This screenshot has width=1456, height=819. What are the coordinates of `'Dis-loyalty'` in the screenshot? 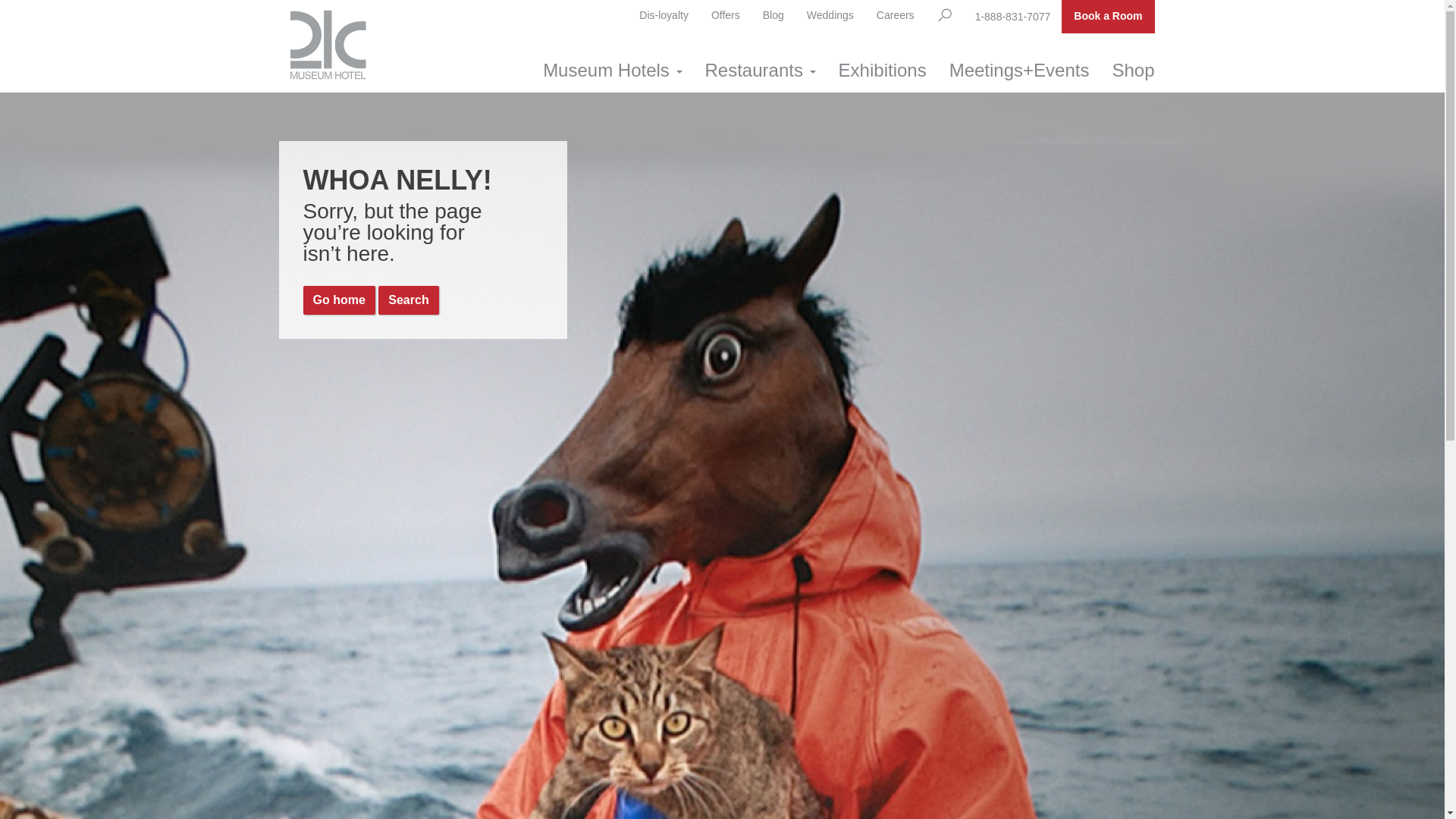 It's located at (664, 15).